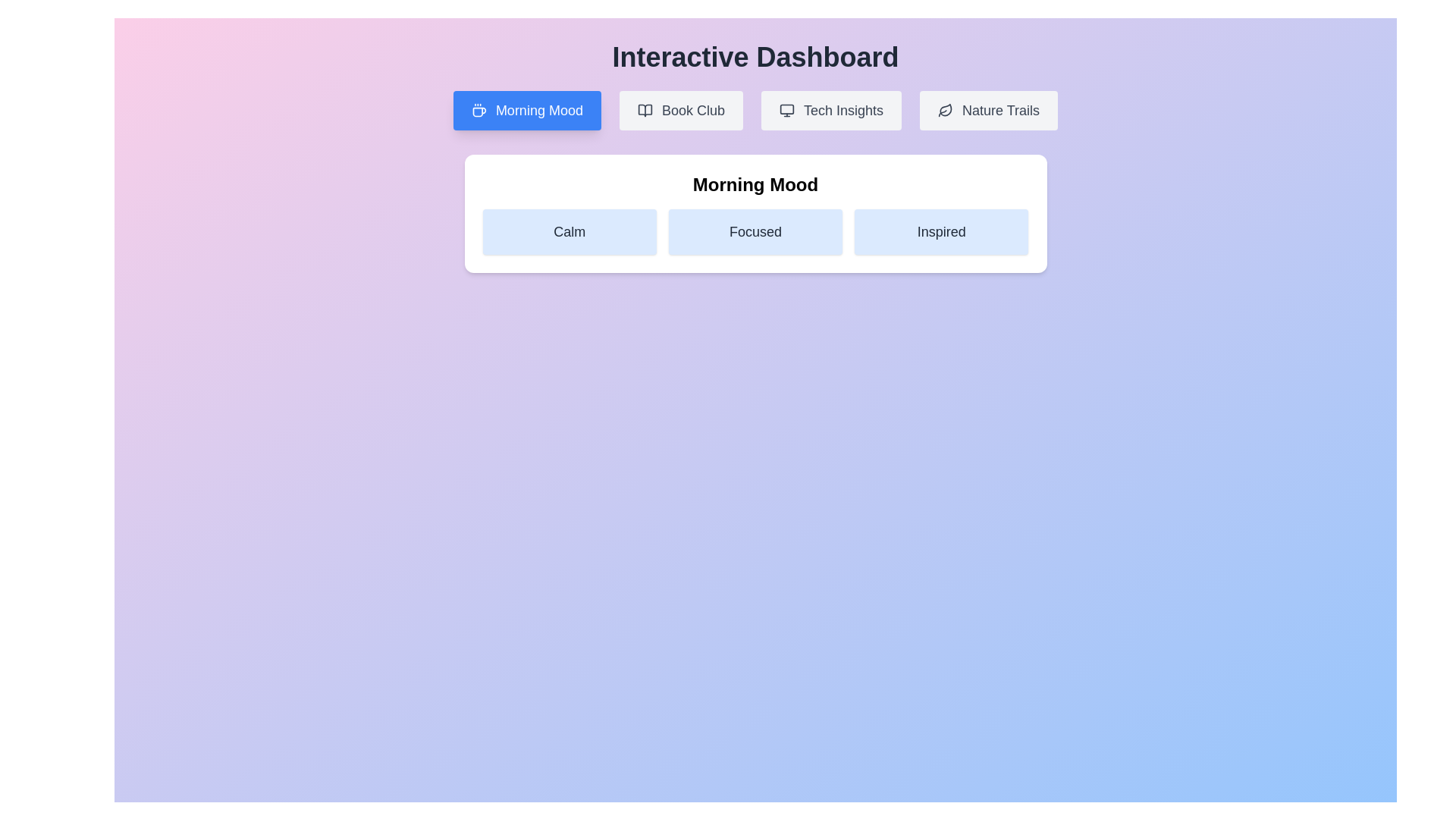  Describe the element at coordinates (830, 110) in the screenshot. I see `the 'Tech Insights' button, which is a rectangular button with rounded corners, light gray background, bold black text, and a computer monitor icon on its left side` at that location.